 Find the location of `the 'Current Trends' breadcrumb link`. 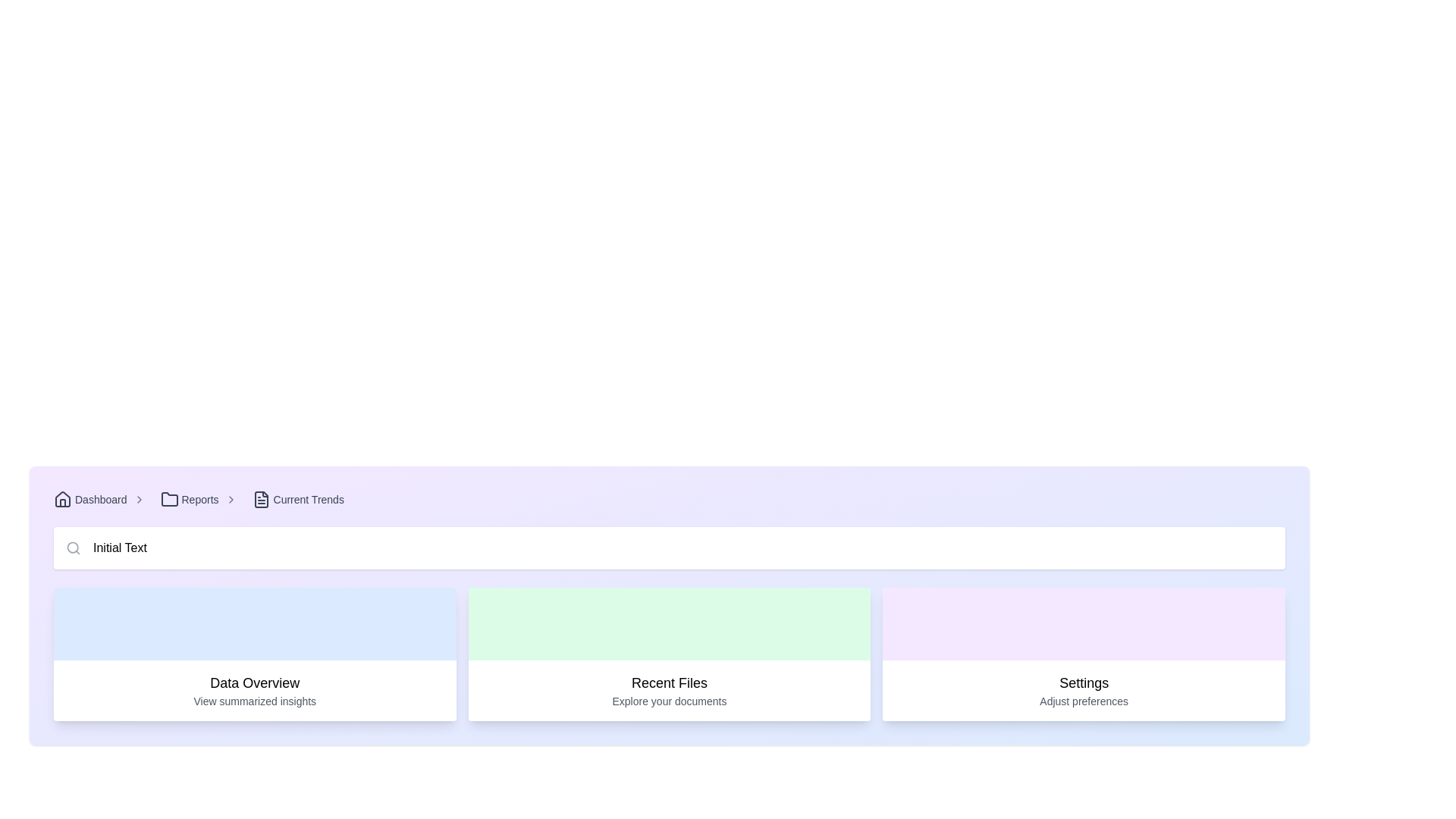

the 'Current Trends' breadcrumb link is located at coordinates (298, 500).